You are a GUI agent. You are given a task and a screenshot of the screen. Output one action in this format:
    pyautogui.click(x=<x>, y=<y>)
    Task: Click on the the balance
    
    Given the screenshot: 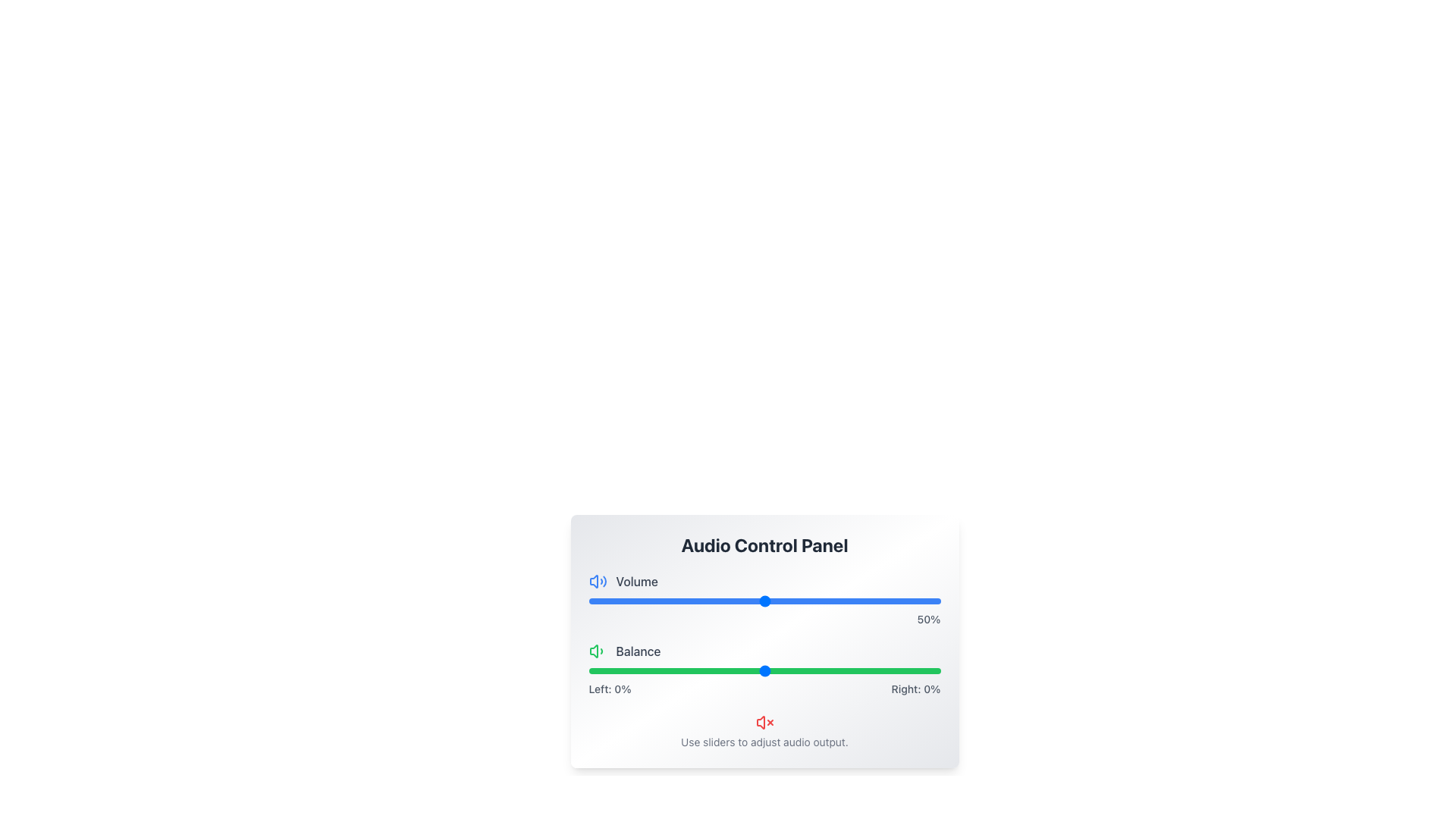 What is the action you would take?
    pyautogui.click(x=856, y=670)
    